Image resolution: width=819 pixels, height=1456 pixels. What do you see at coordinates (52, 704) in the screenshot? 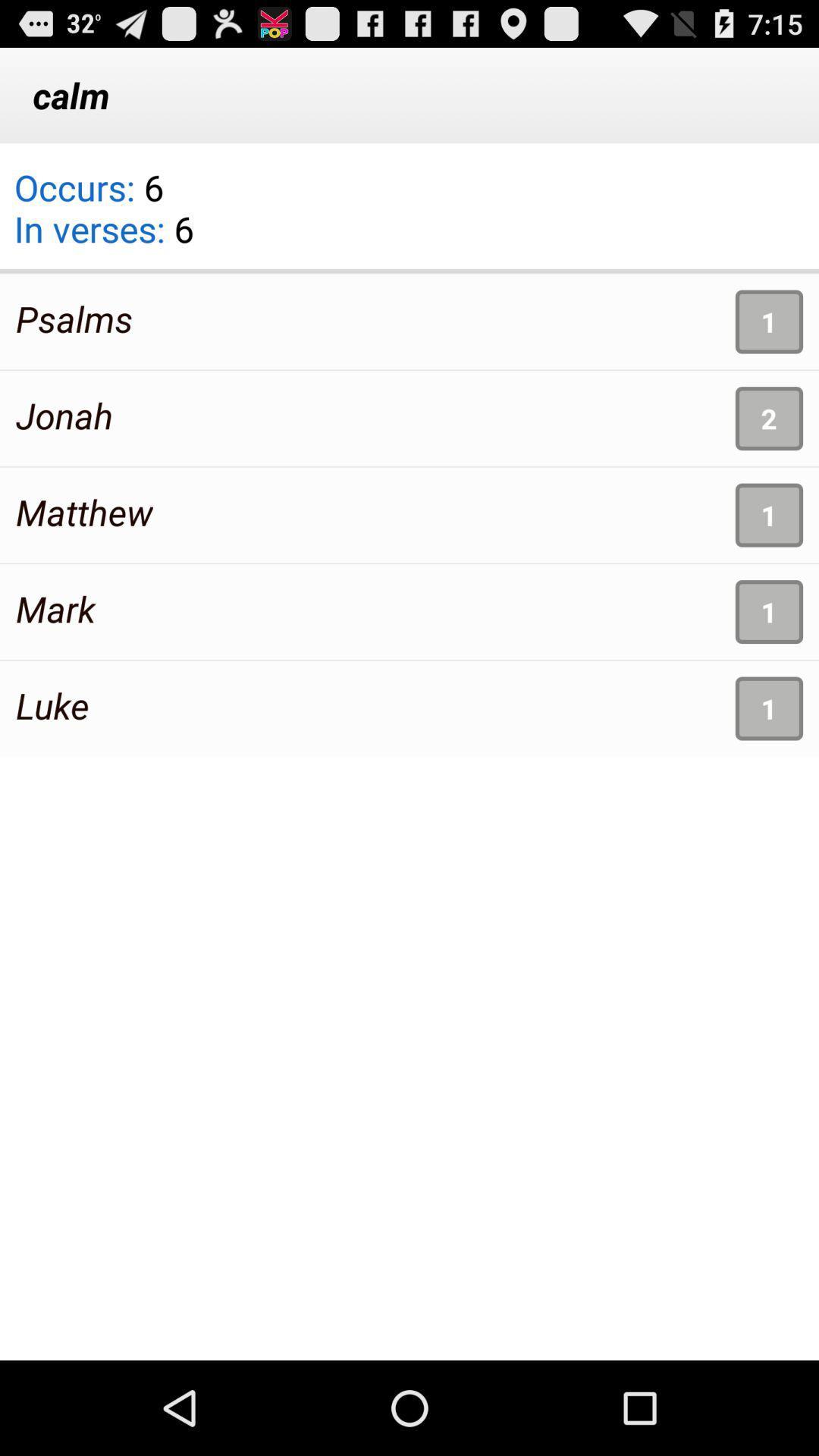
I see `the luke` at bounding box center [52, 704].